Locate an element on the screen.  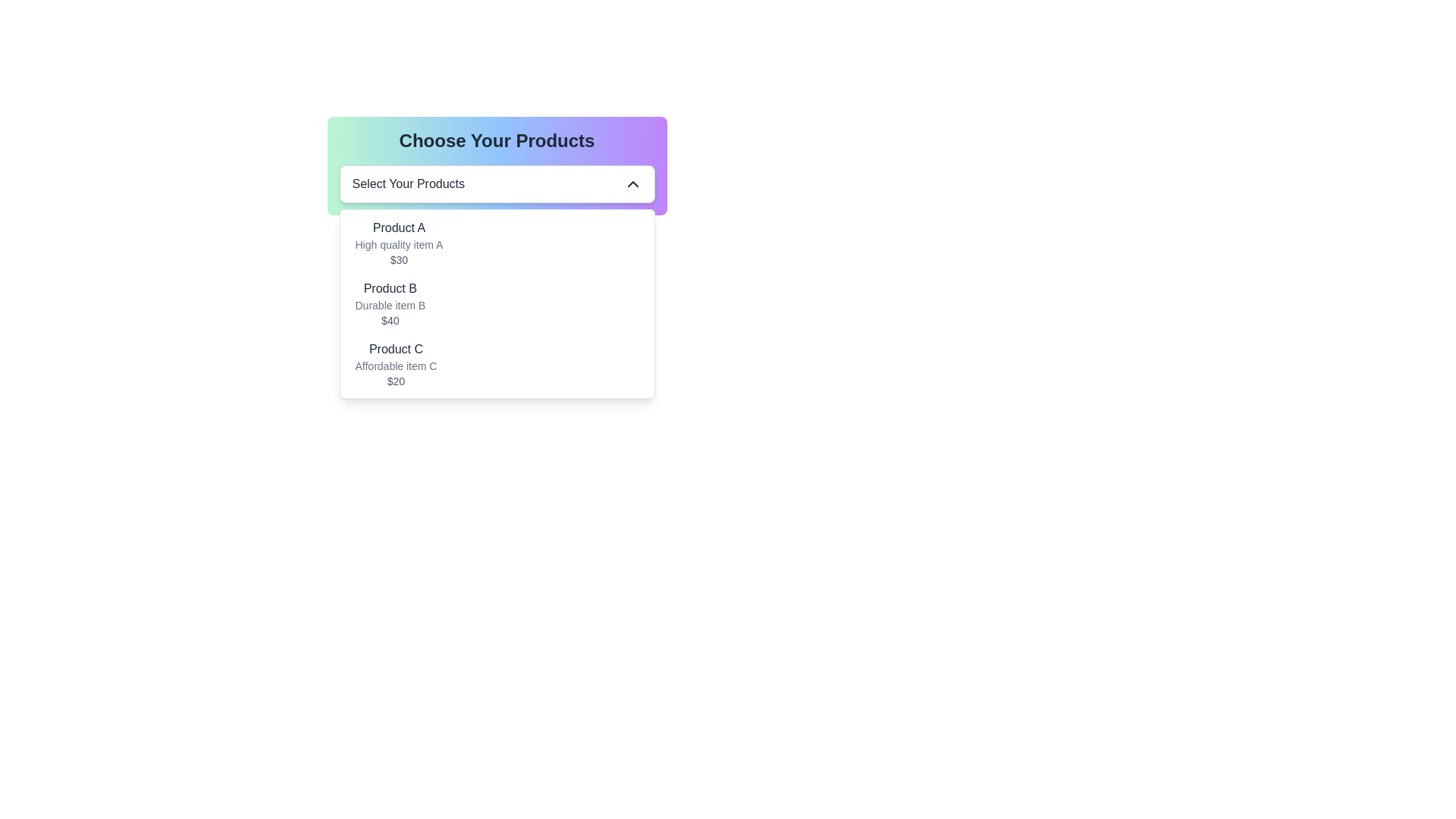
the static text label indicating the price of 'Product B', which is the third piece of information in the product list entry is located at coordinates (390, 320).